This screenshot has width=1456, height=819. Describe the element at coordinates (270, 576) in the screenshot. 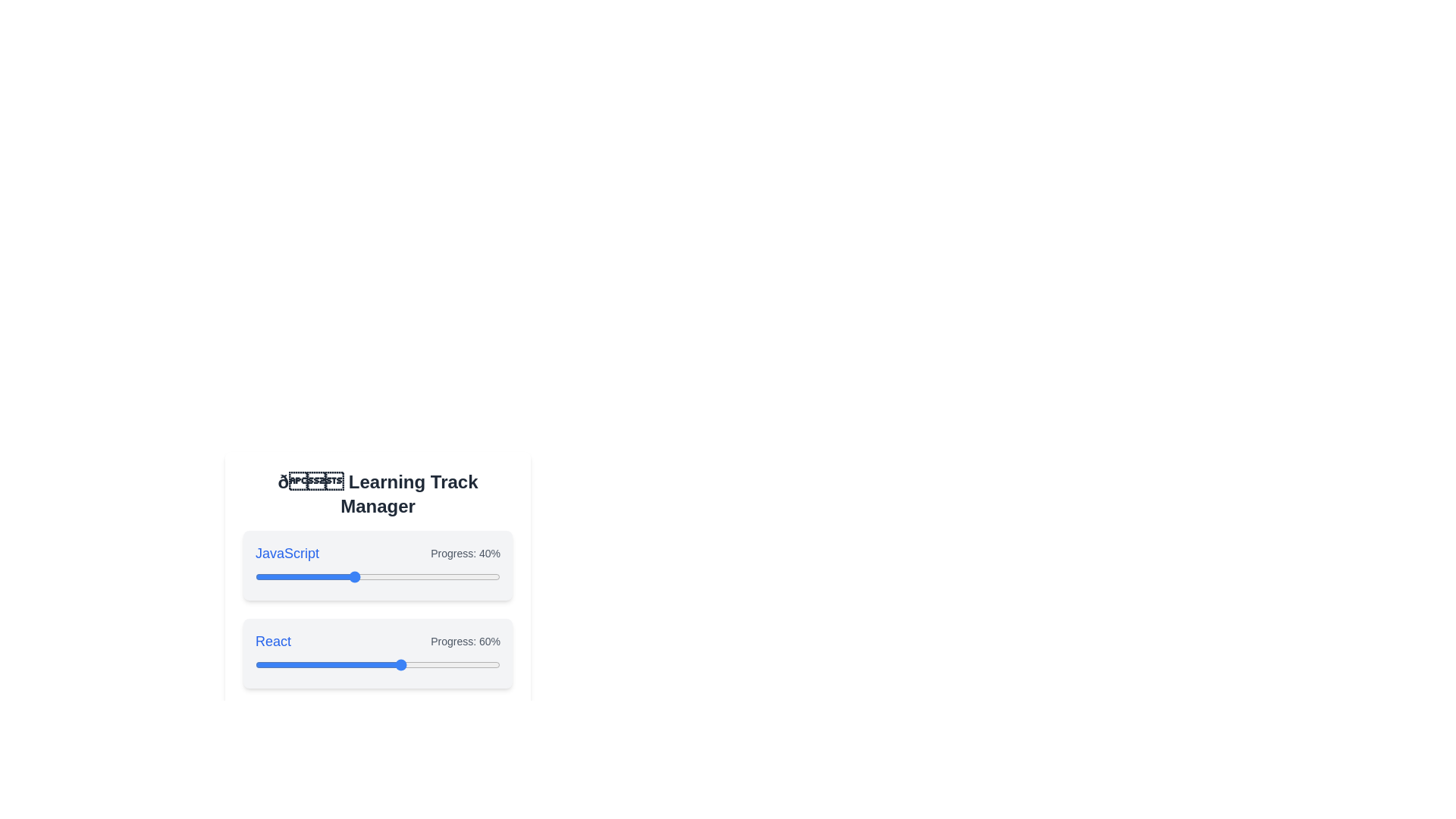

I see `the progress for 'JavaScript' track` at that location.